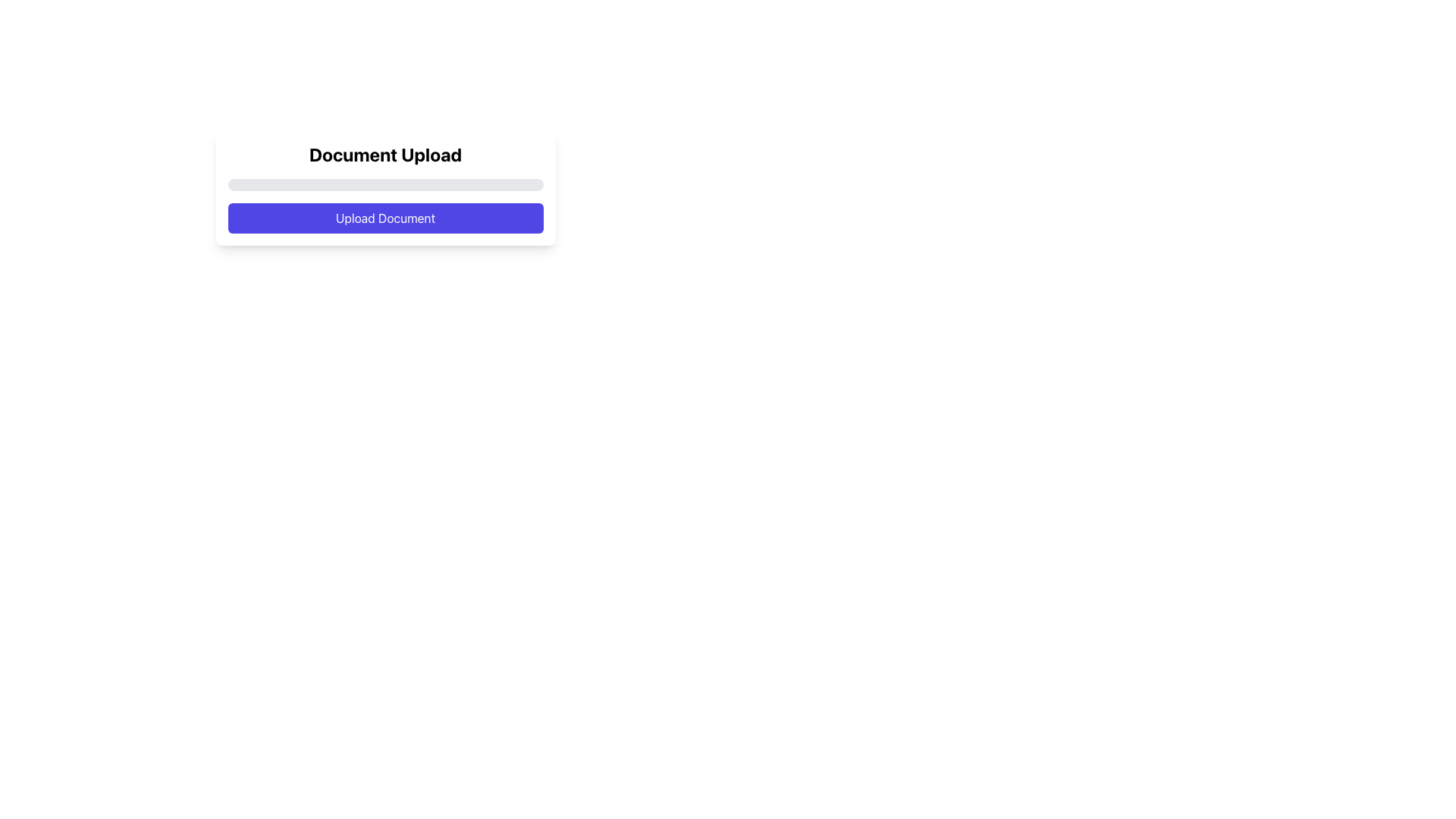 This screenshot has width=1456, height=819. I want to click on the horizontal progress bar beneath the 'Document Upload' header, so click(385, 184).